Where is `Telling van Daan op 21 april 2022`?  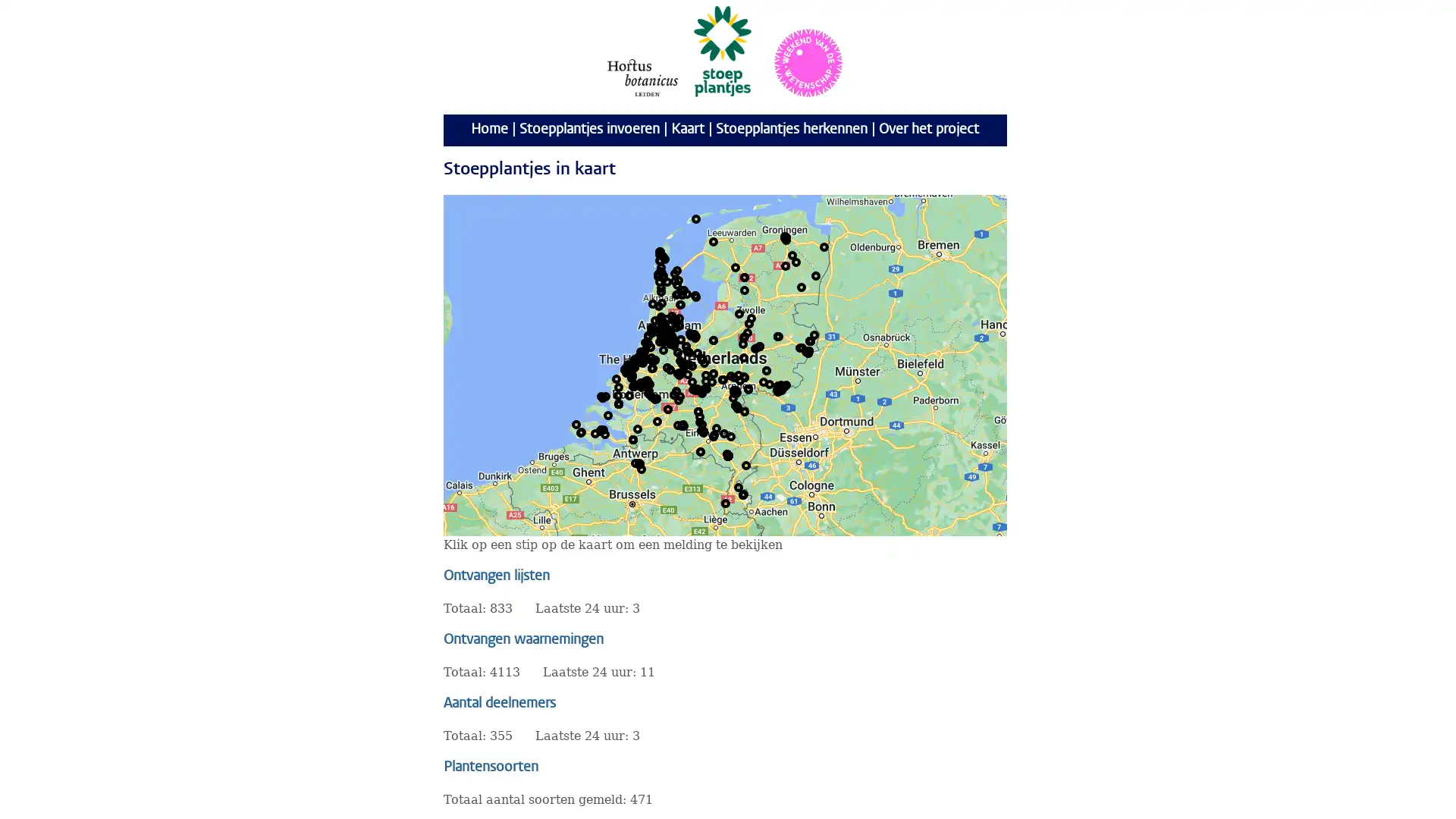 Telling van Daan op 21 april 2022 is located at coordinates (669, 333).